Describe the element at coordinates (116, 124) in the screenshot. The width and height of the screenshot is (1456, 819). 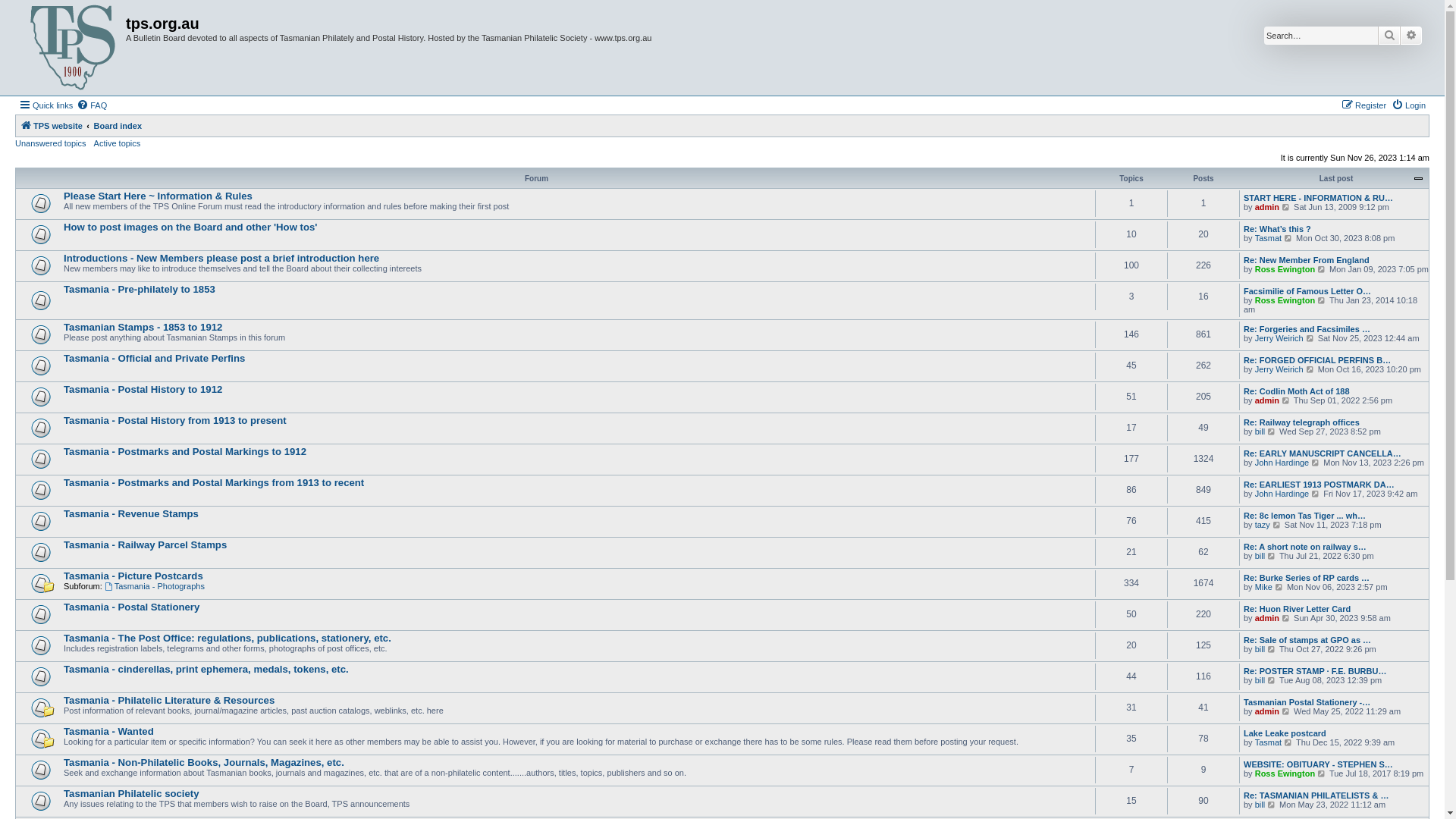
I see `'Board index'` at that location.